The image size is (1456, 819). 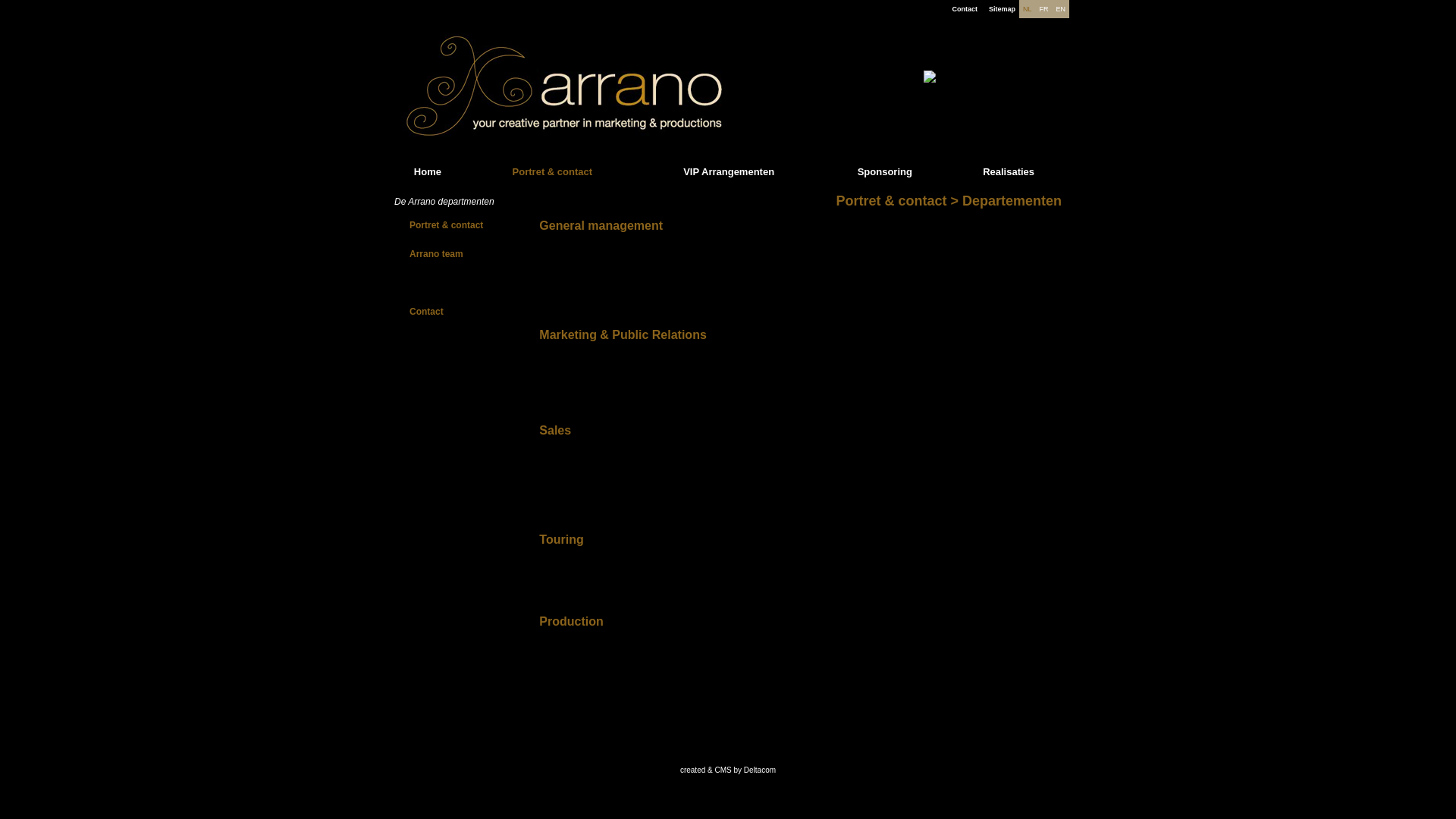 I want to click on 'Sitemap', so click(x=989, y=8).